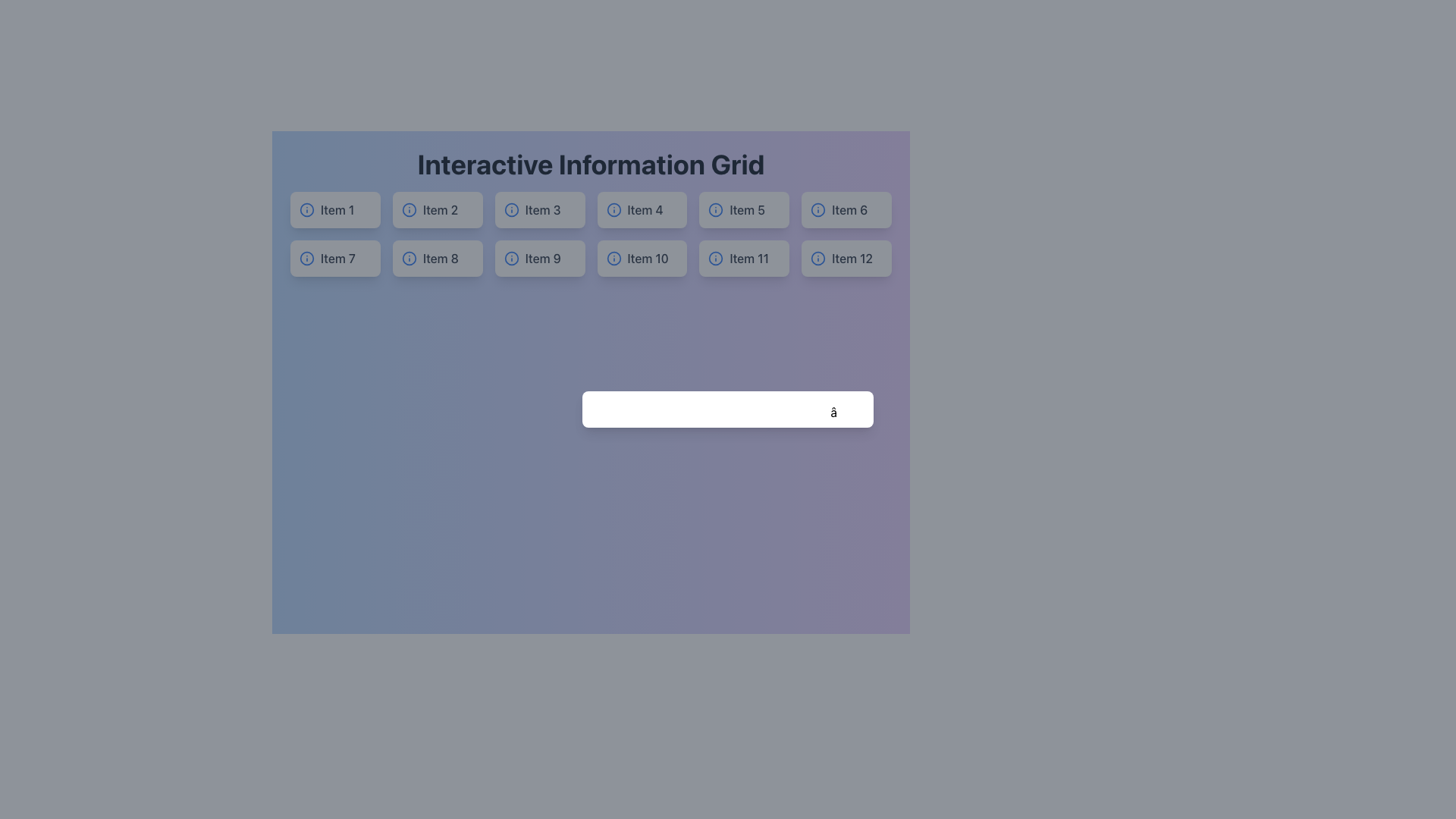 This screenshot has width=1456, height=819. What do you see at coordinates (540, 257) in the screenshot?
I see `the informational button of the list item labeled 'Item 9'` at bounding box center [540, 257].